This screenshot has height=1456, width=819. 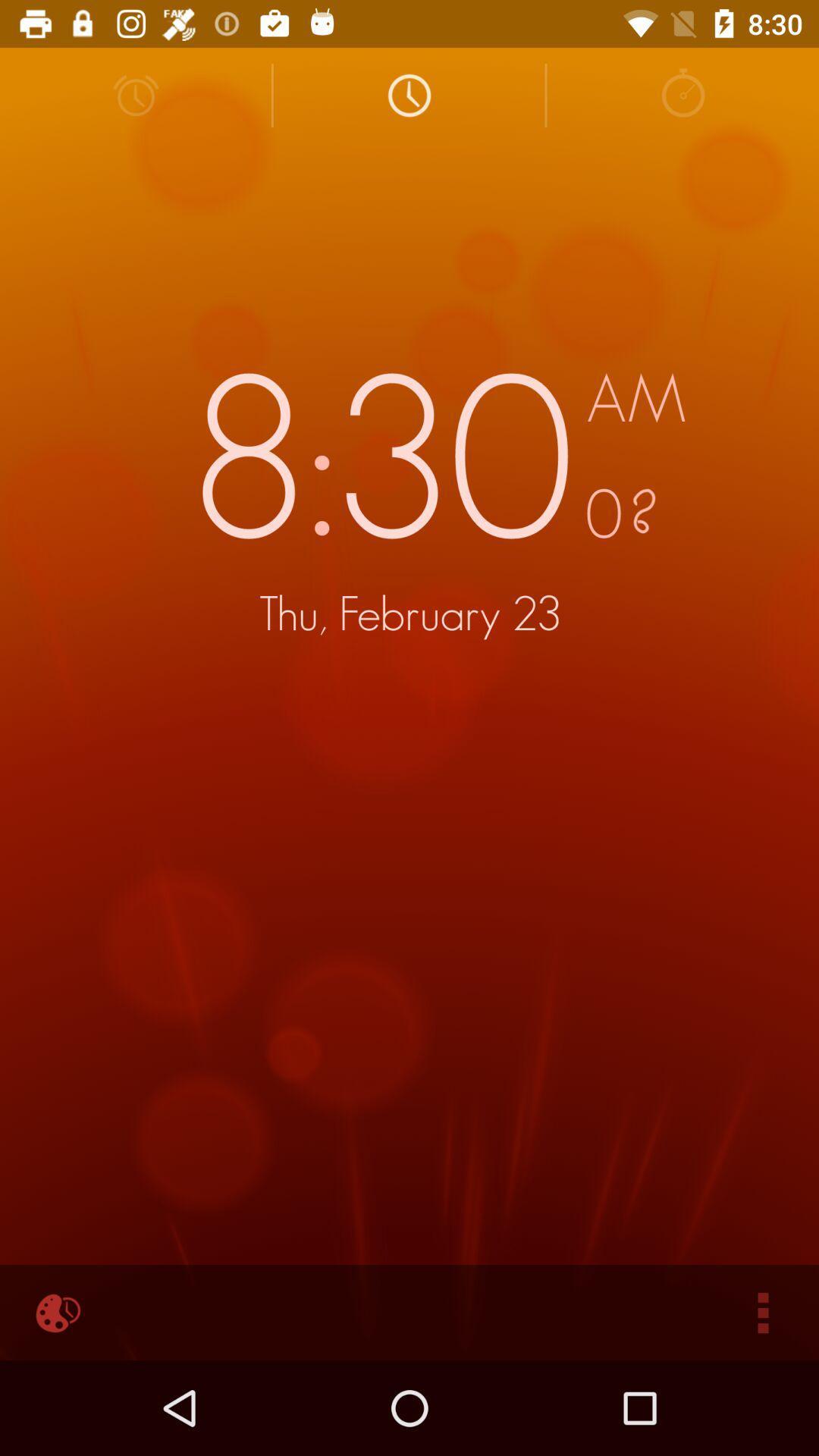 What do you see at coordinates (55, 1312) in the screenshot?
I see `the item at the bottom left corner` at bounding box center [55, 1312].